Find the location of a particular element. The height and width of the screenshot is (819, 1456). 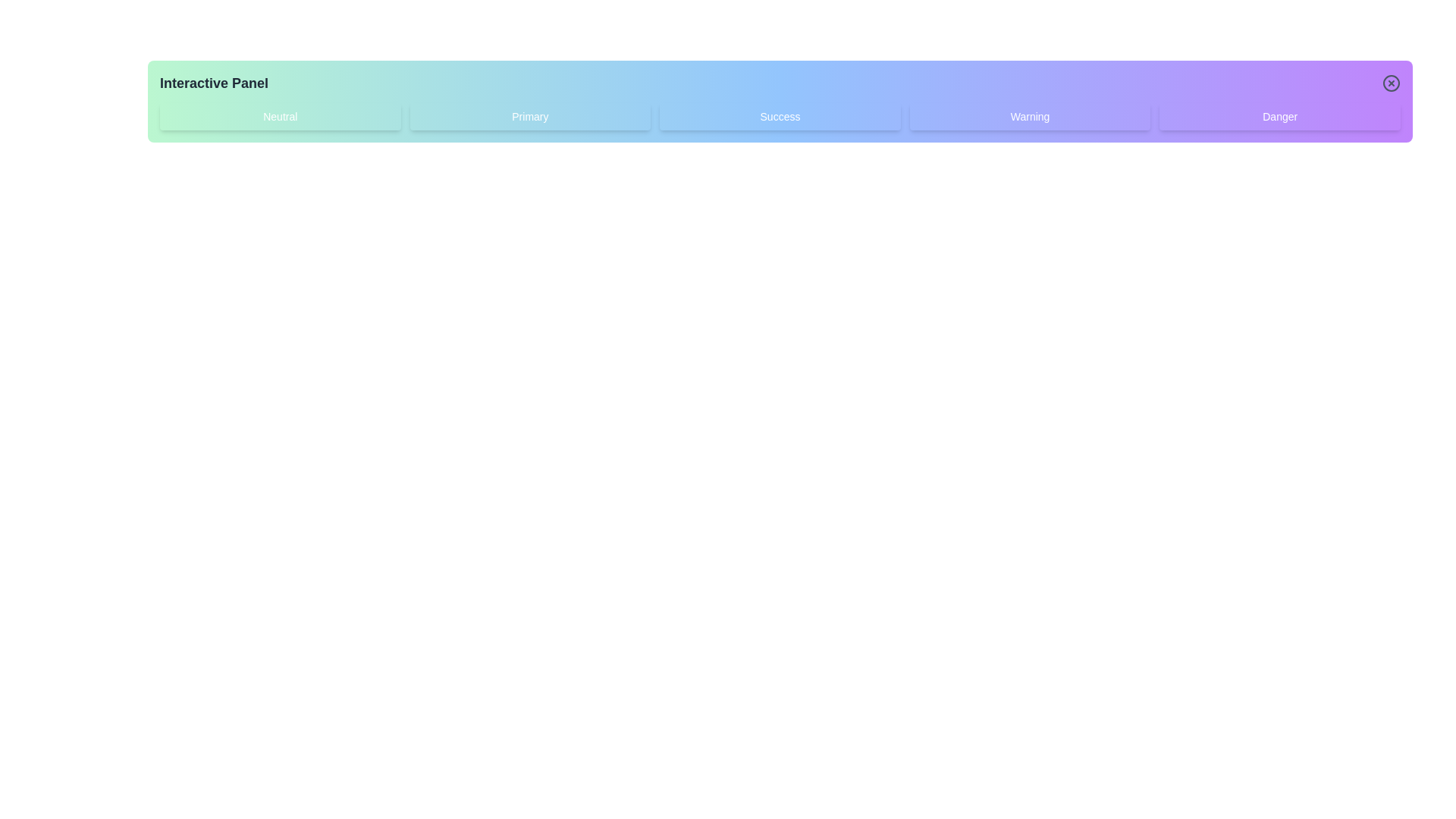

the 'Neutral' button, which is the leftmost button in a horizontal set of buttons is located at coordinates (280, 116).